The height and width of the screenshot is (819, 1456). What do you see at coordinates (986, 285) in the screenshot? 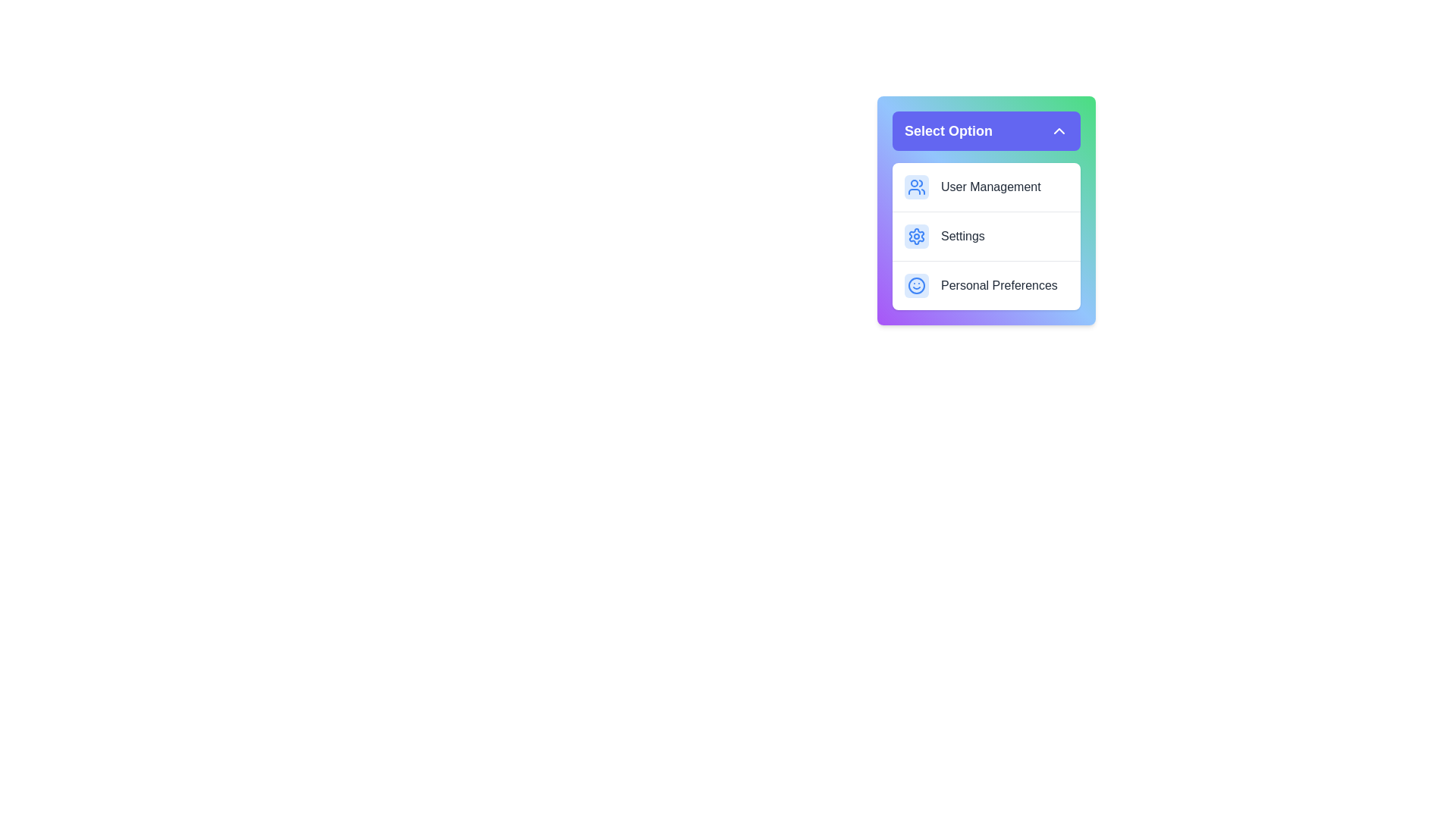
I see `the 'Personal Preferences' menu item, which is the third item in the list under the 'Select Option' header, featuring a blue smiling emoji icon and bold medium gray text` at bounding box center [986, 285].